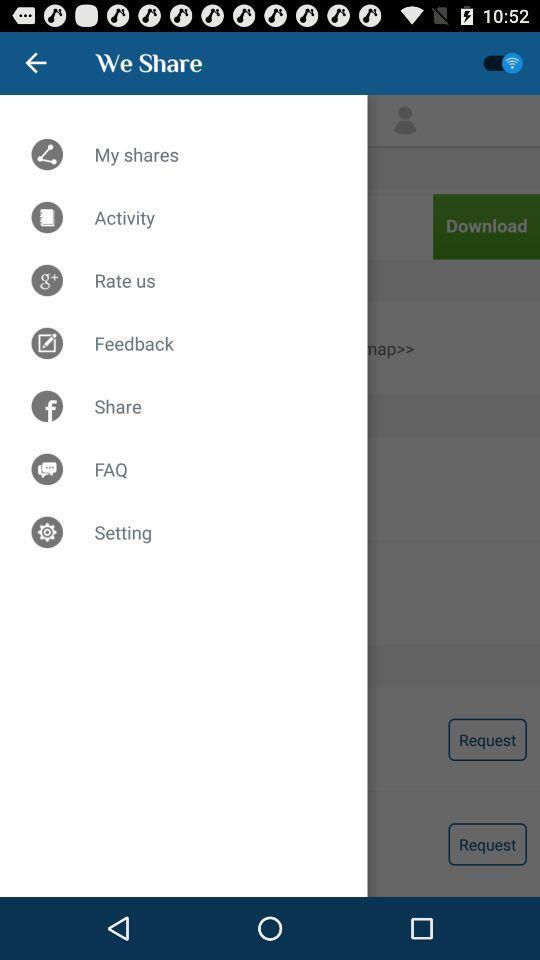  Describe the element at coordinates (147, 62) in the screenshot. I see `the share above my shares` at that location.